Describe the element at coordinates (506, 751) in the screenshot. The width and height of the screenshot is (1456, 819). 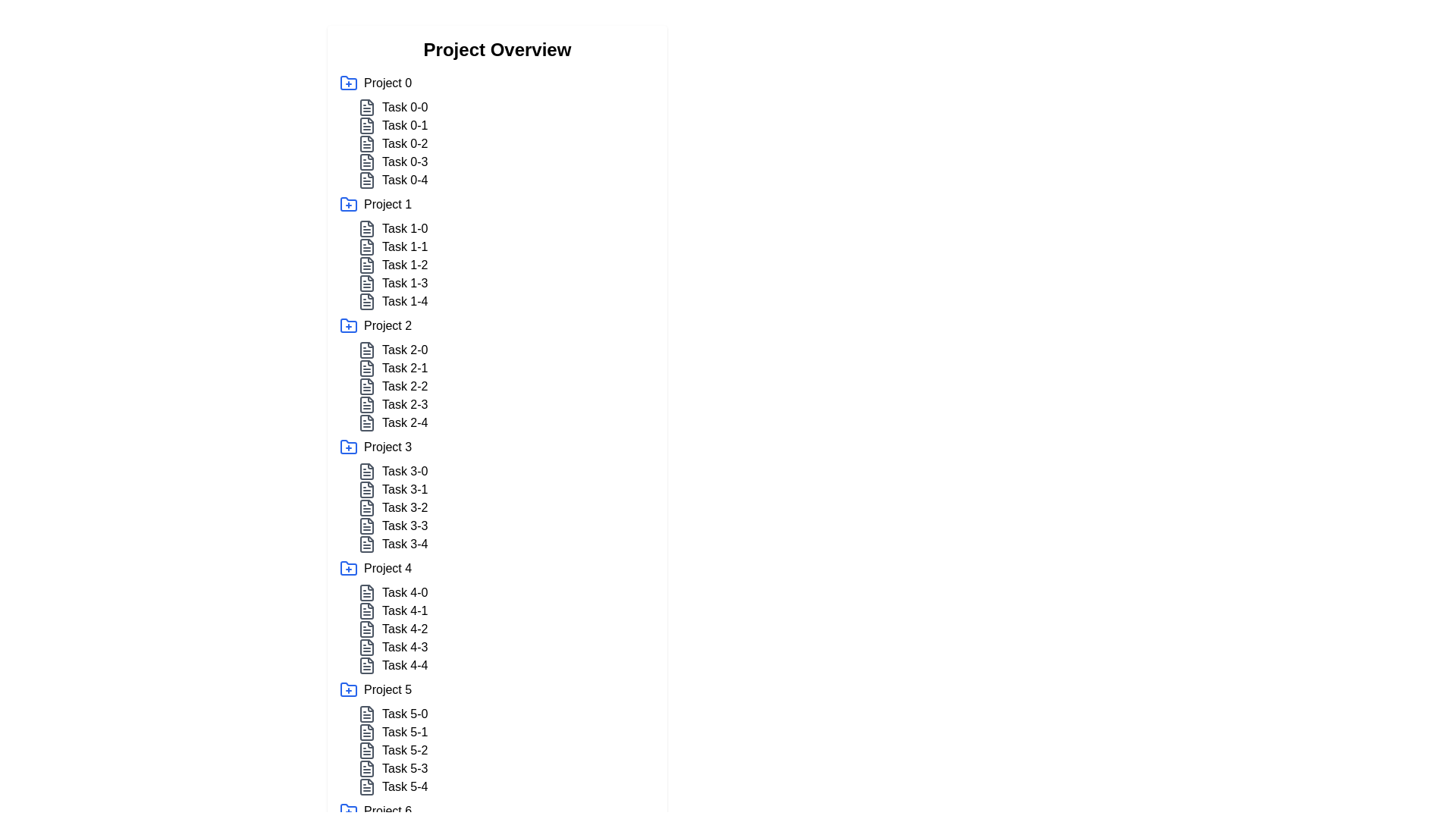
I see `the third list item in the 'Project 5' section, which identifies 'Task 5-2'` at that location.